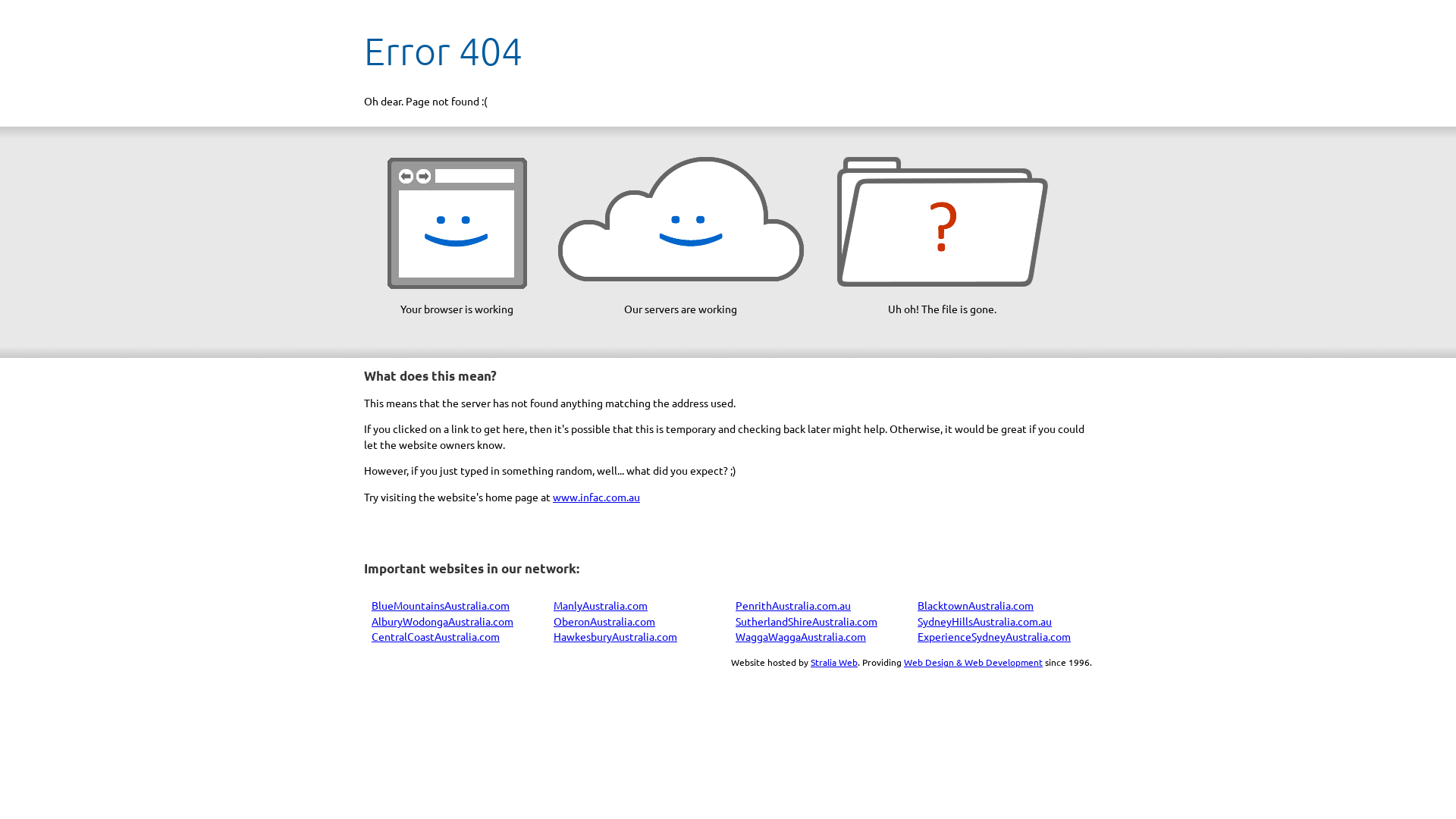 The height and width of the screenshot is (819, 1456). I want to click on 'Web Design & Web Development', so click(973, 661).